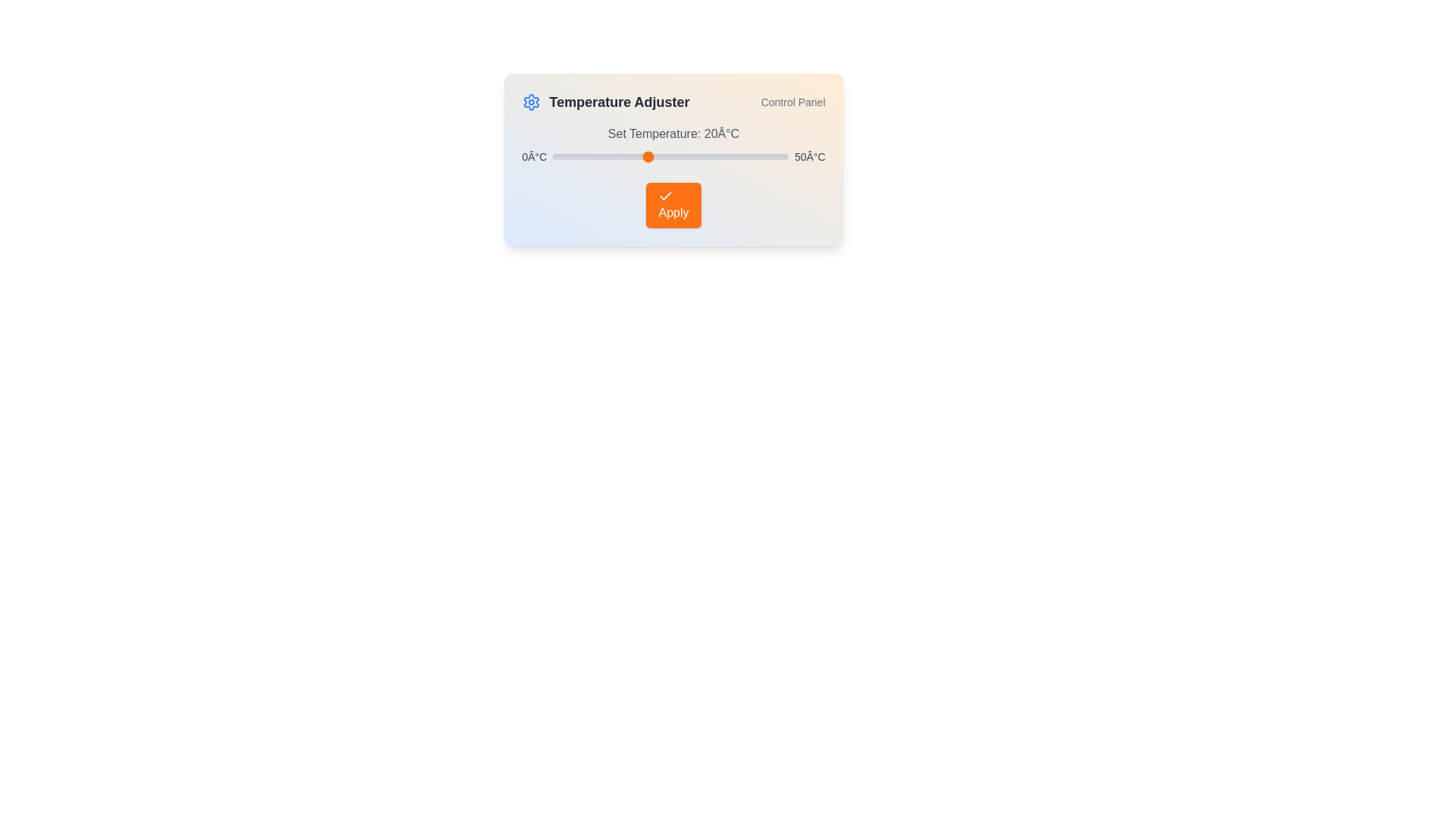 The height and width of the screenshot is (819, 1456). I want to click on the temperature slider to set the temperature to 35°C, so click(717, 157).